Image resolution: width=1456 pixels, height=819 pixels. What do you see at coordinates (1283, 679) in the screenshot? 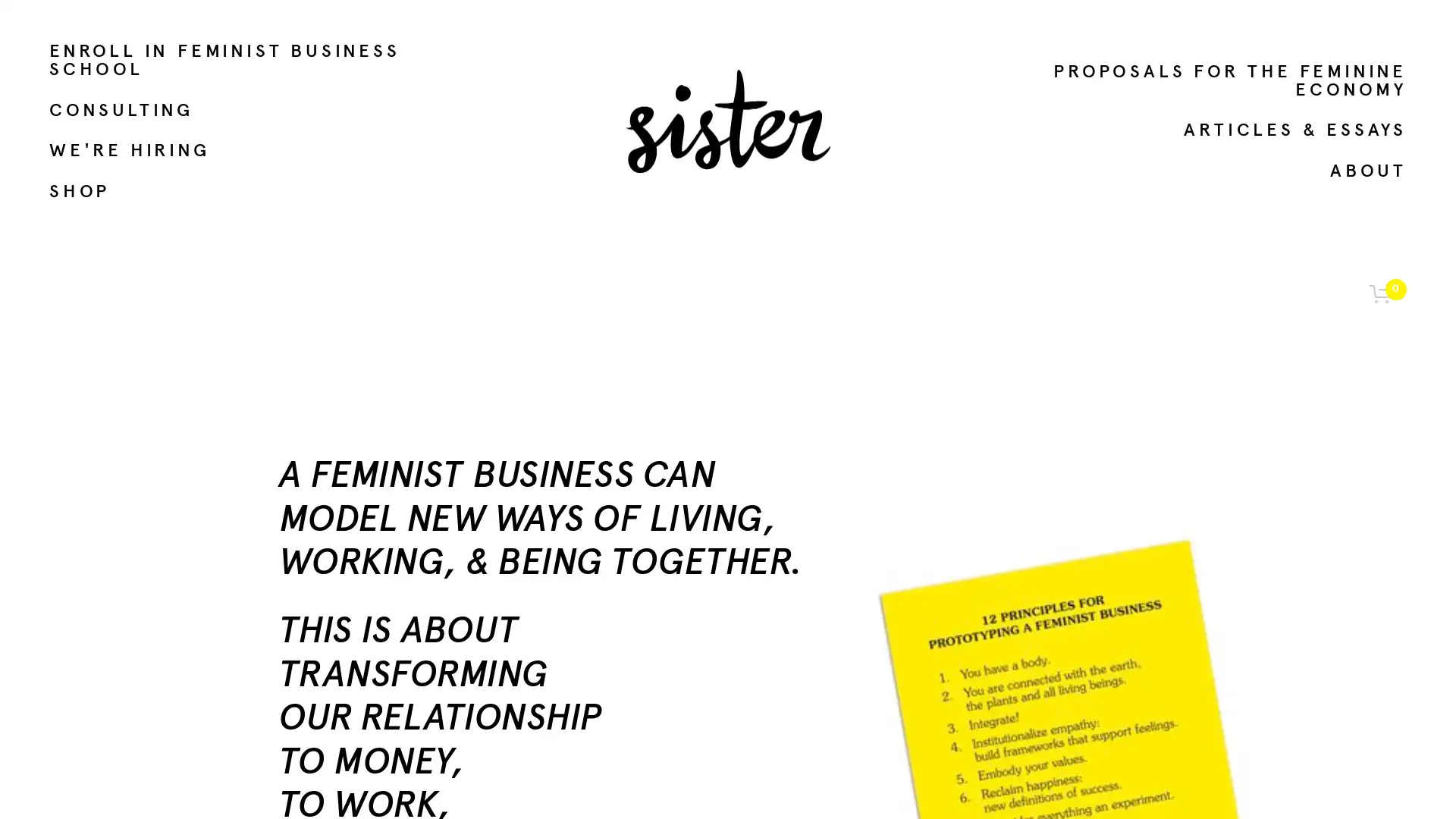
I see `YES` at bounding box center [1283, 679].